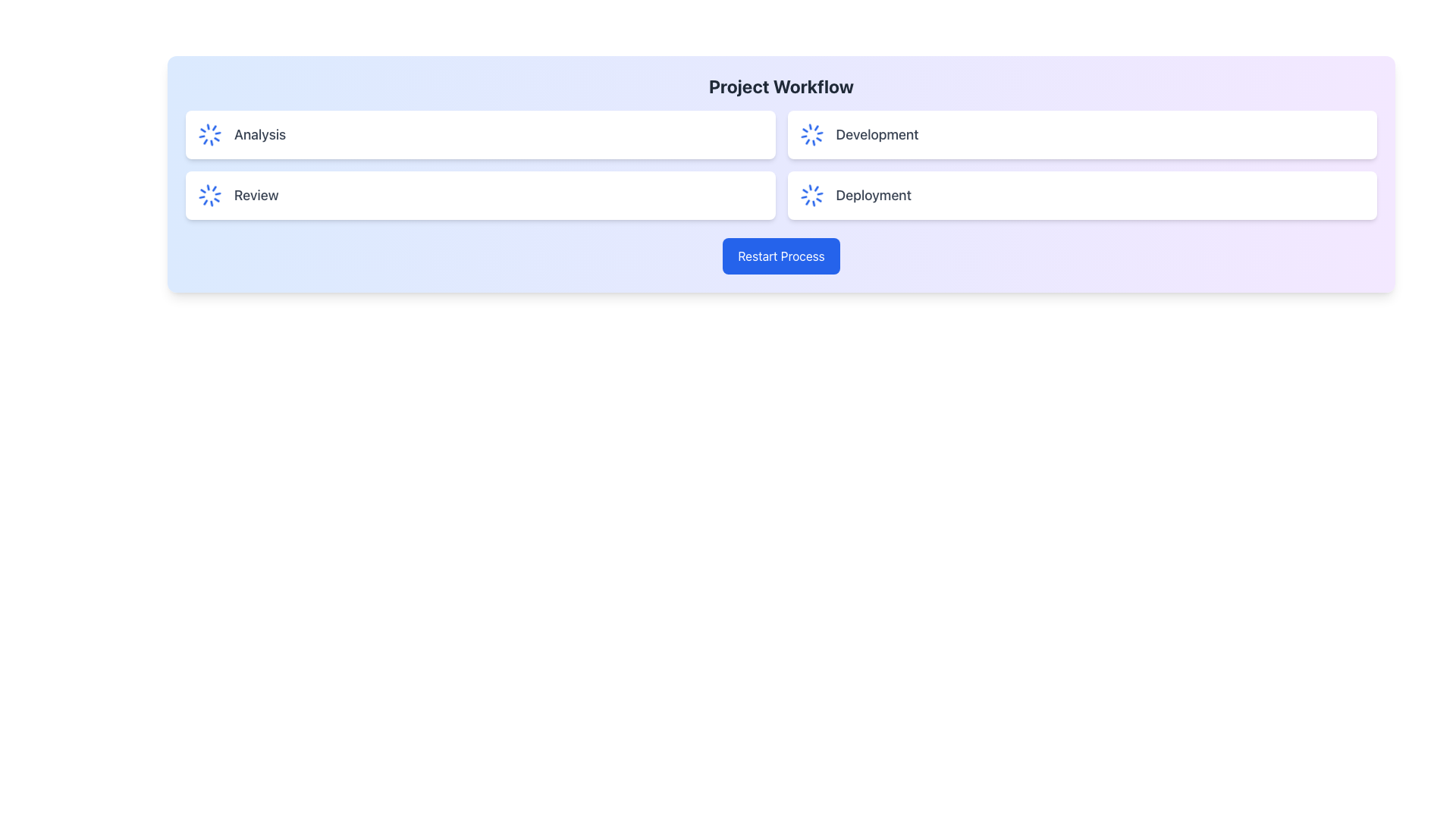 The height and width of the screenshot is (819, 1456). Describe the element at coordinates (479, 195) in the screenshot. I see `the 'Review' card-like UI element representing a task in the Project Workflow` at that location.